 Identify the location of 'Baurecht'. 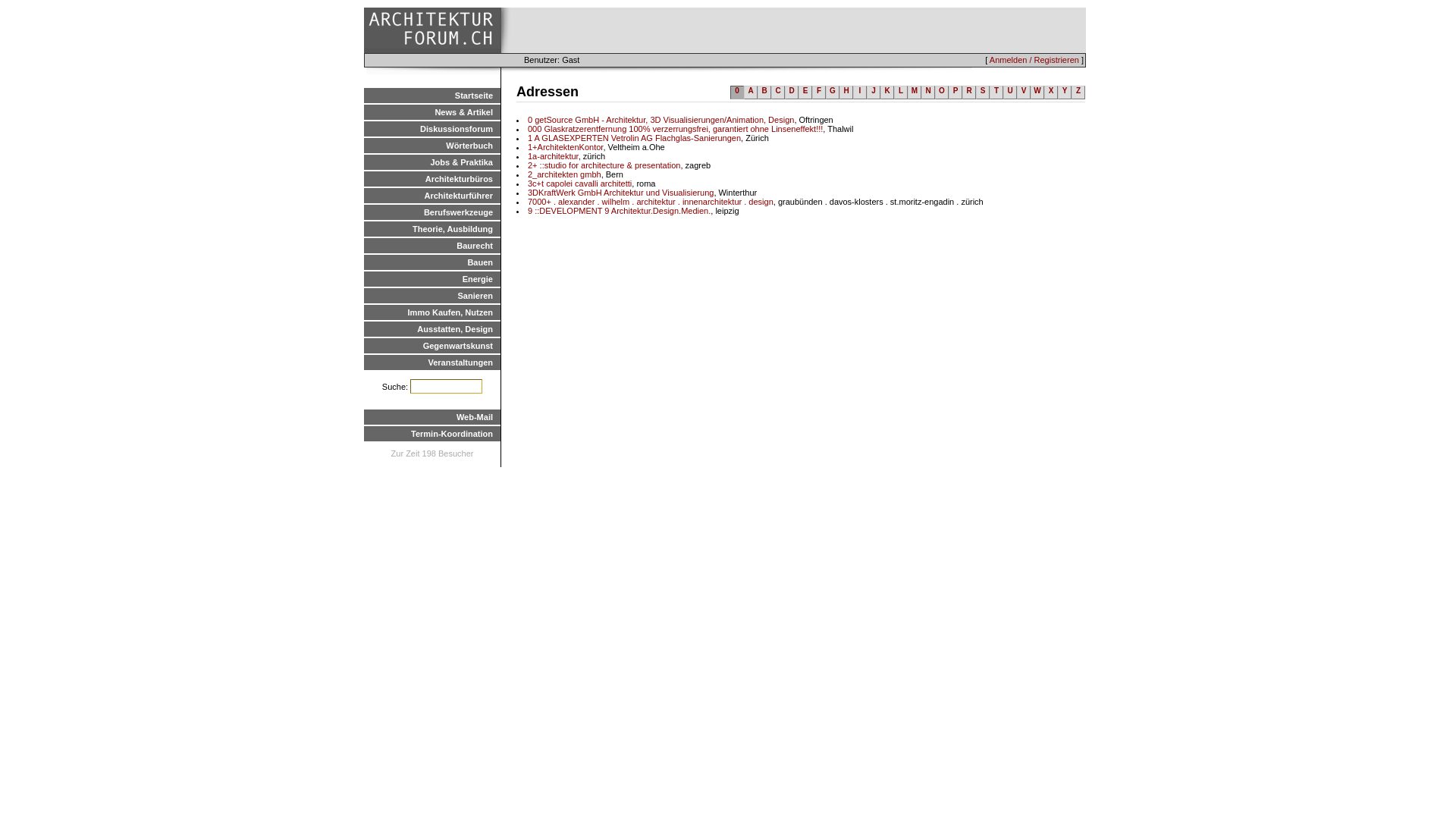
(431, 245).